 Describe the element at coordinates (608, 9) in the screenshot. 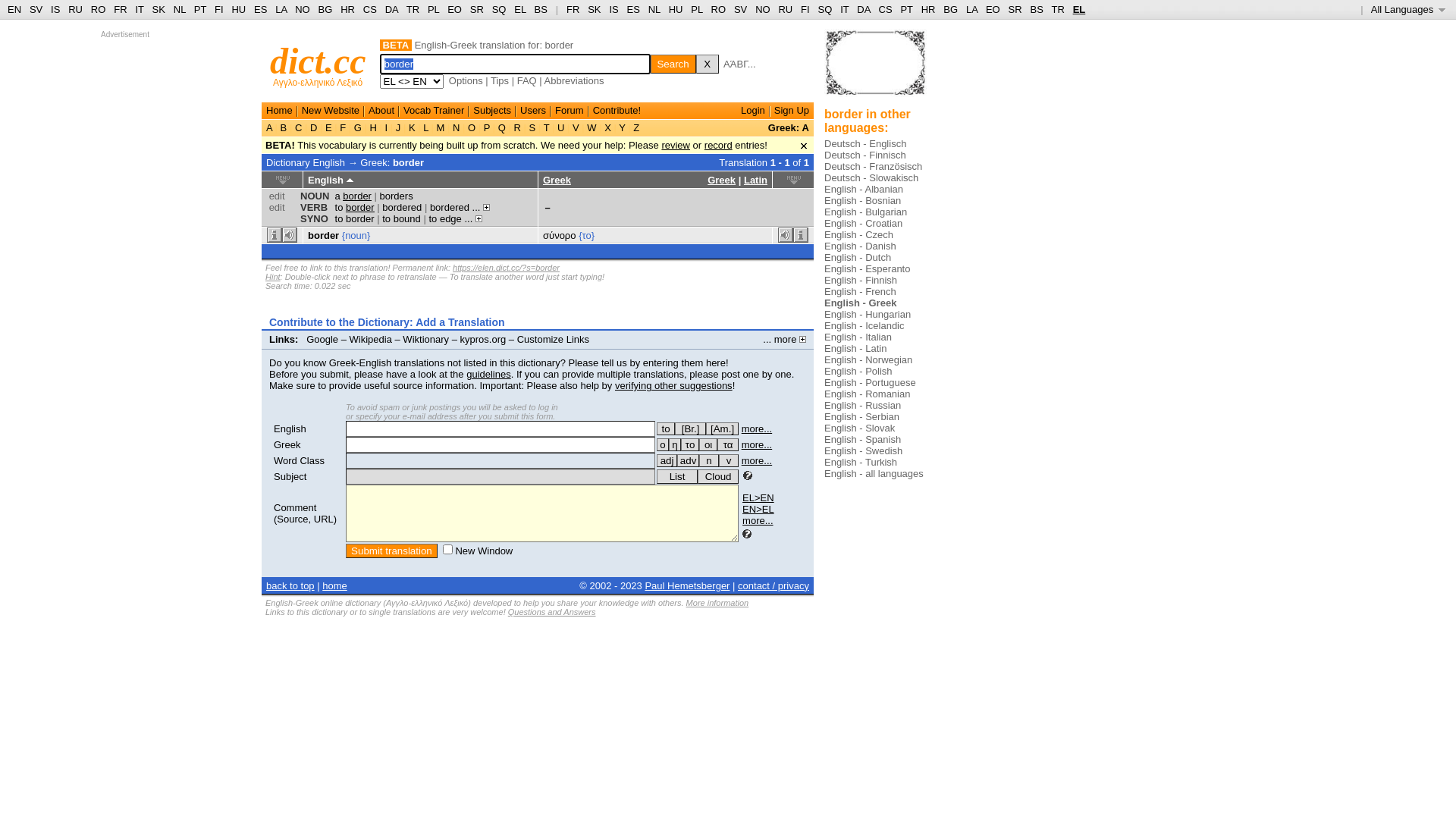

I see `'IS'` at that location.